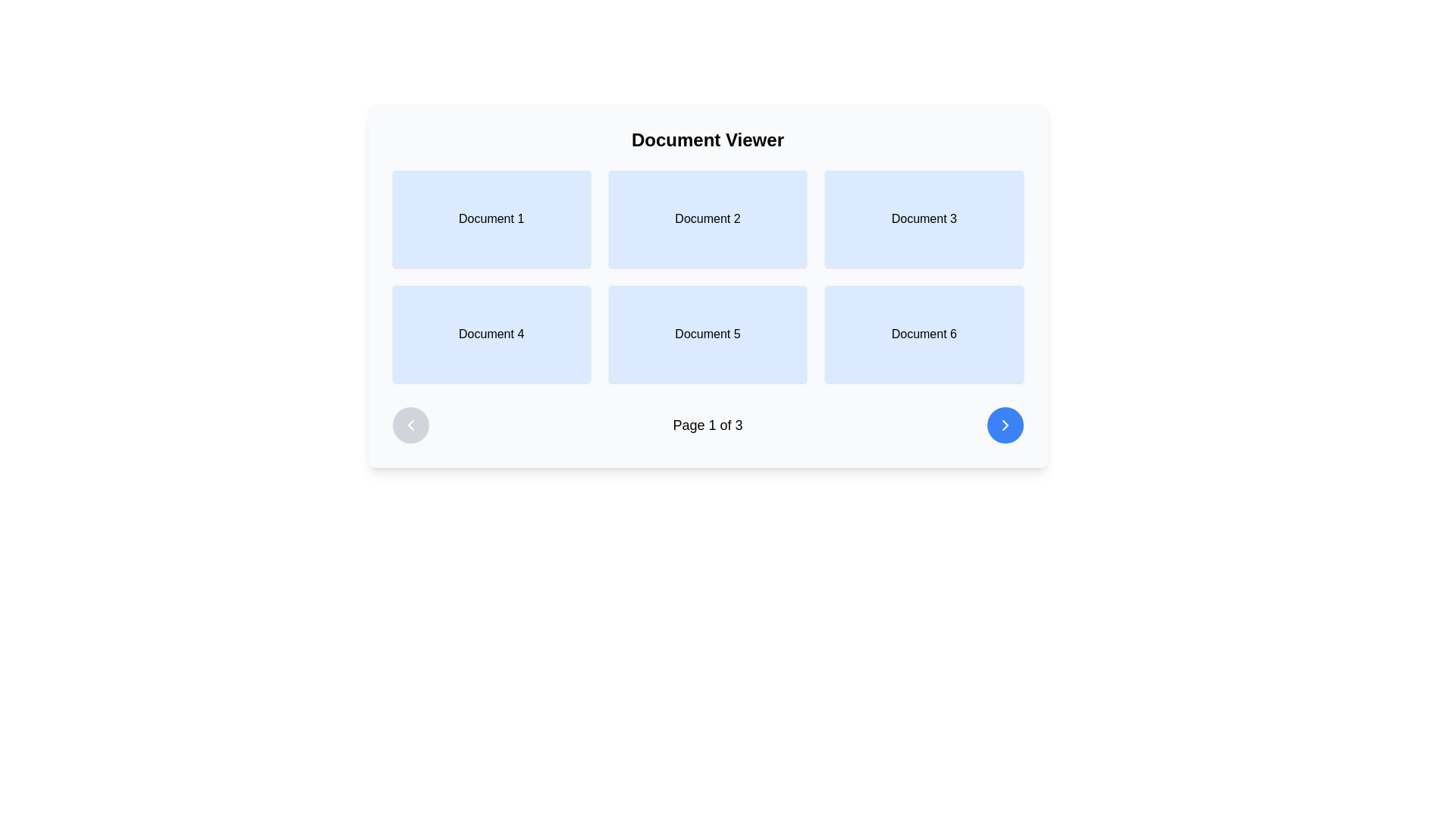 Image resolution: width=1456 pixels, height=819 pixels. Describe the element at coordinates (707, 286) in the screenshot. I see `the grid layout containing selectable document blocks displayed in the 'Document Viewer' section` at that location.